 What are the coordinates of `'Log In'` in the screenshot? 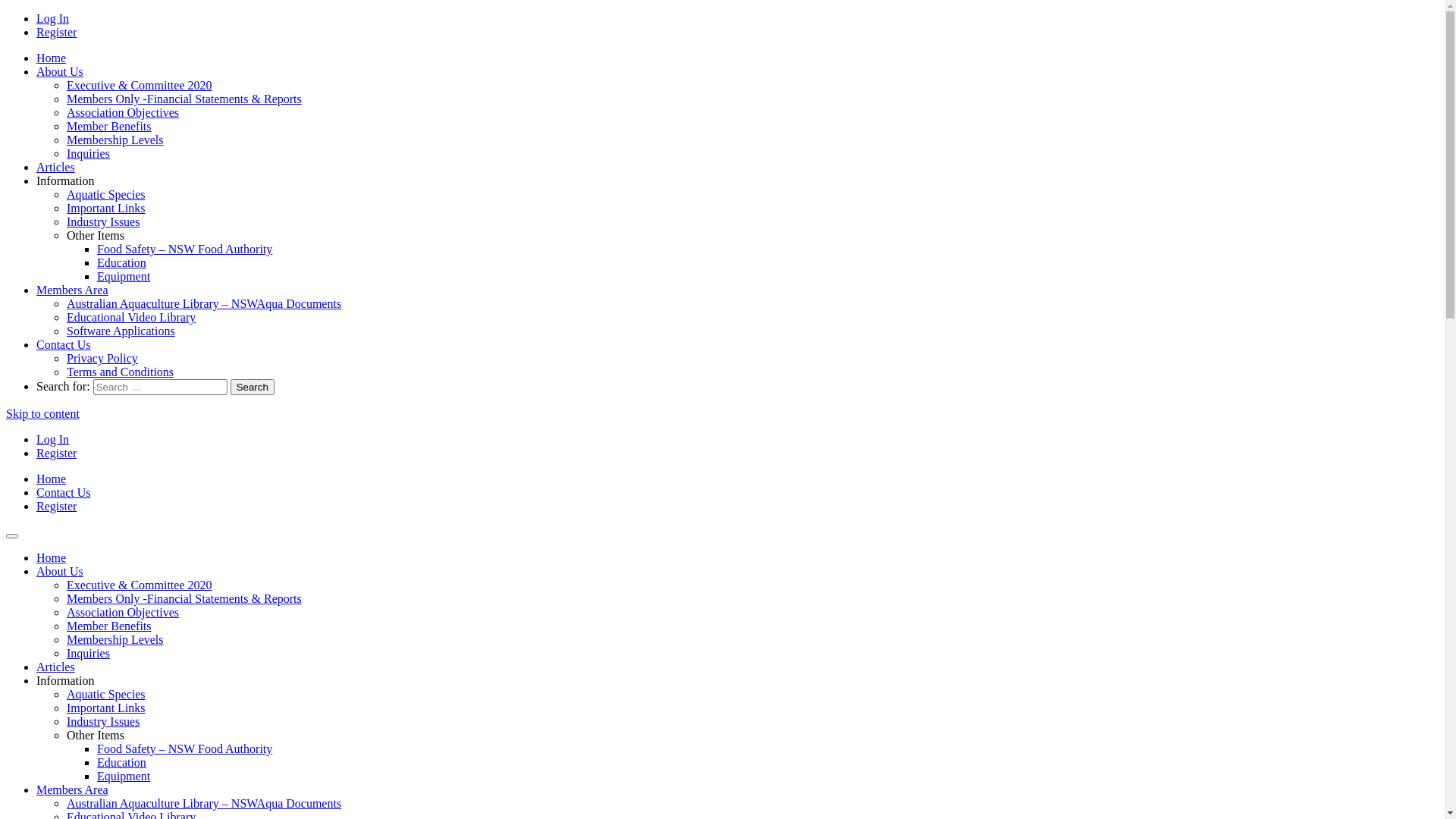 It's located at (52, 18).